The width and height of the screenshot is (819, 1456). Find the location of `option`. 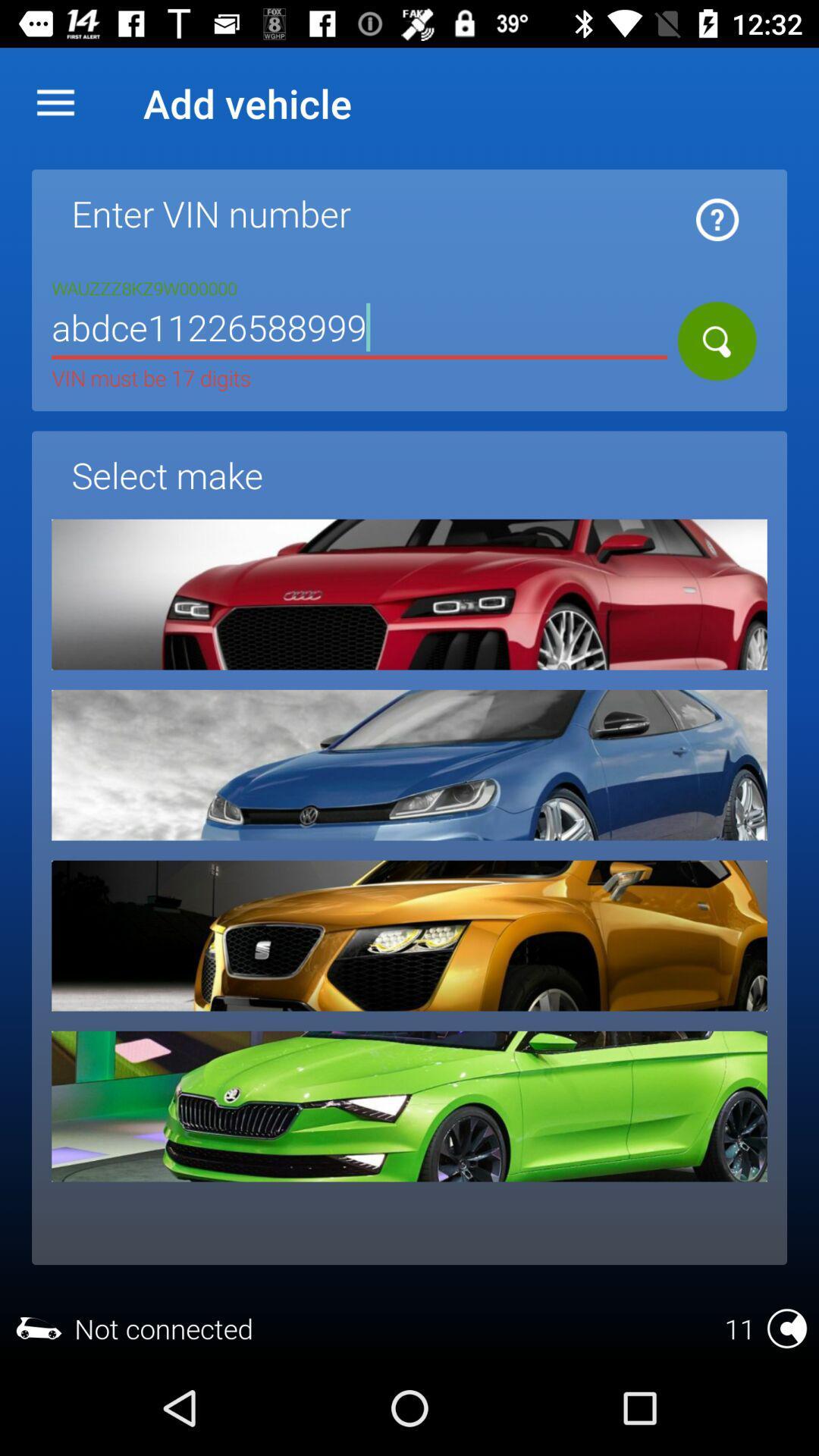

option is located at coordinates (409, 935).